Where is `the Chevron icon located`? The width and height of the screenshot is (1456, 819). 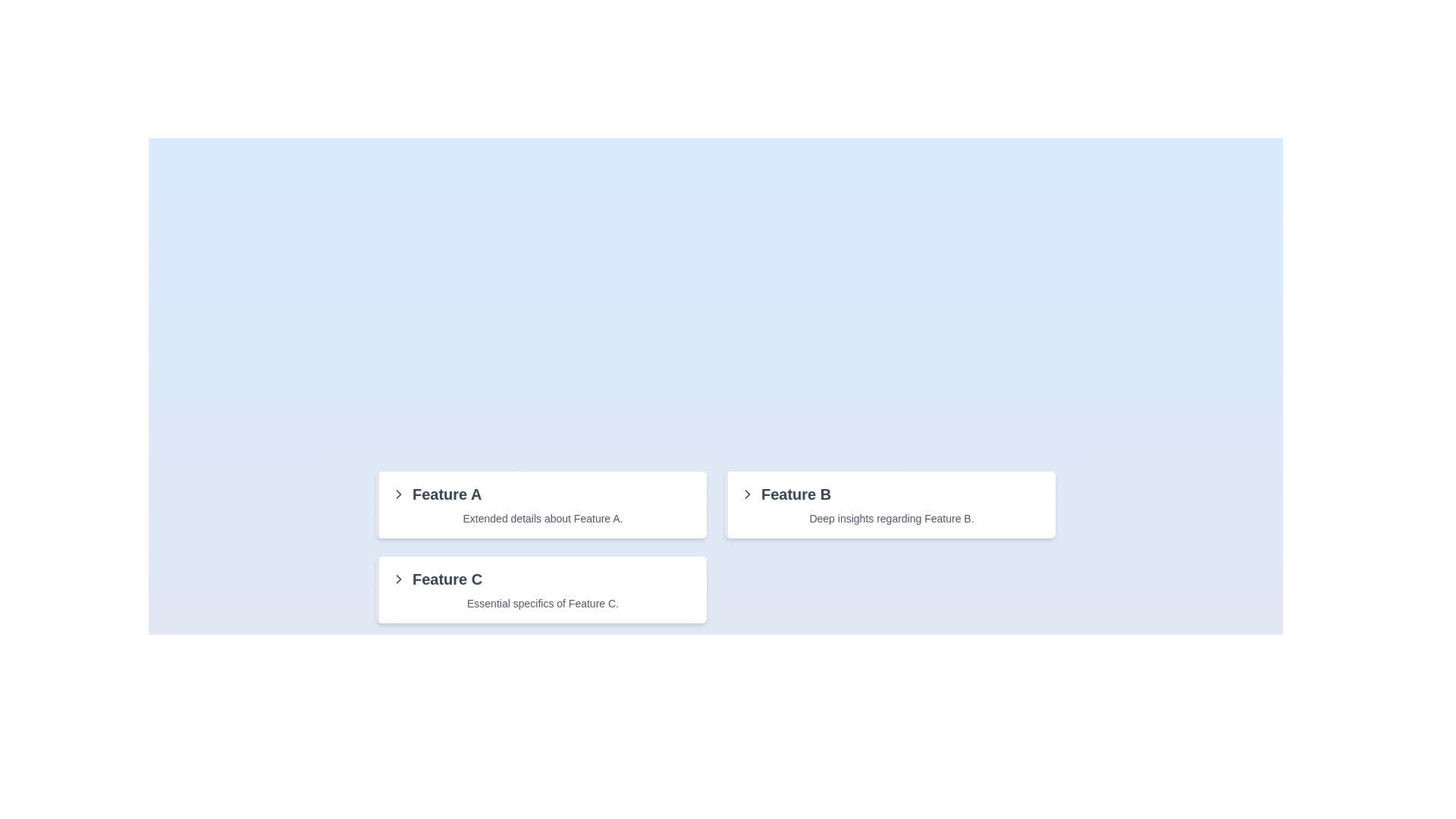 the Chevron icon located is located at coordinates (747, 494).